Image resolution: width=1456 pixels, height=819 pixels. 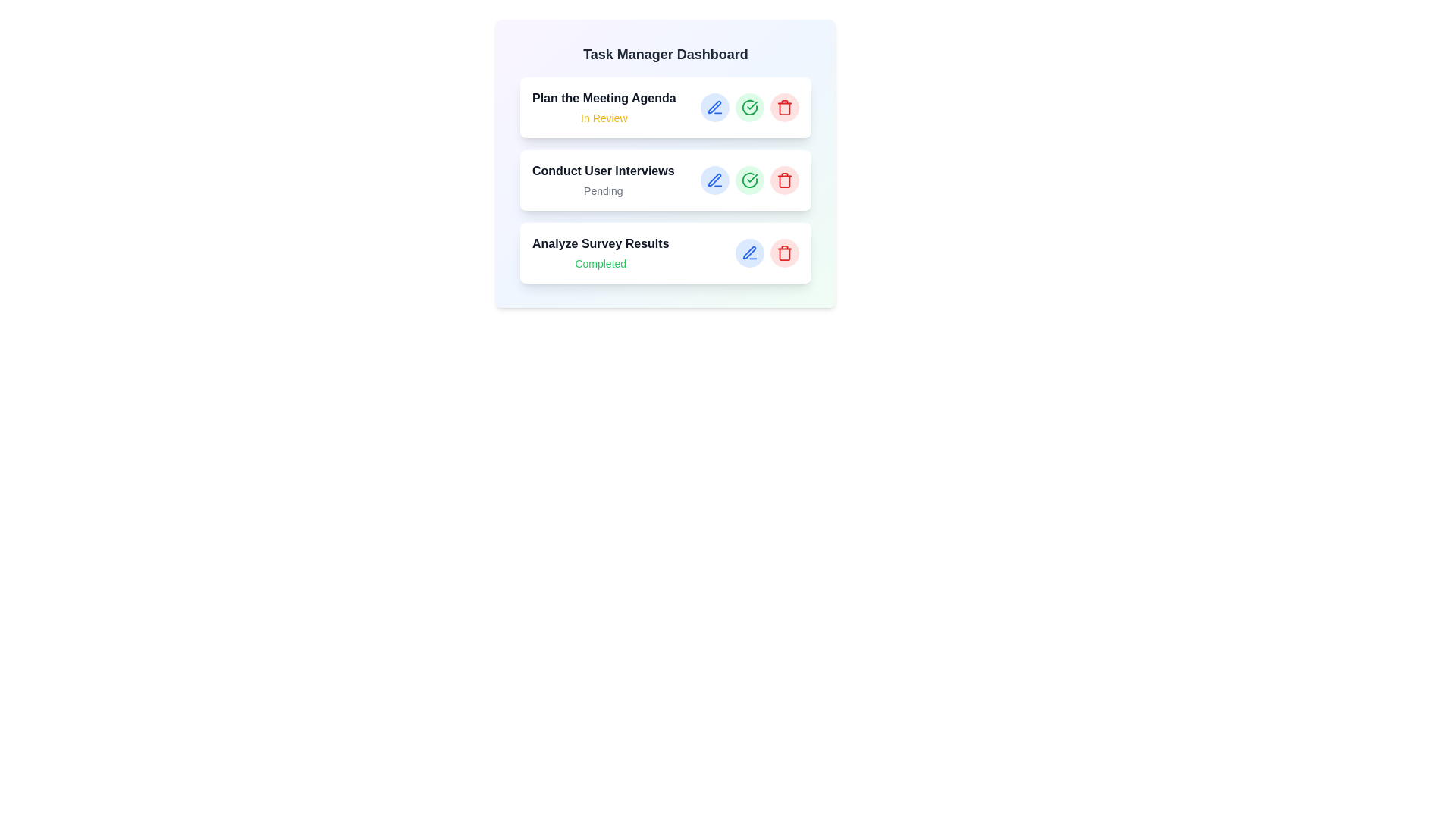 I want to click on the task titled 'Conduct User Interviews' to view additional details, so click(x=666, y=180).